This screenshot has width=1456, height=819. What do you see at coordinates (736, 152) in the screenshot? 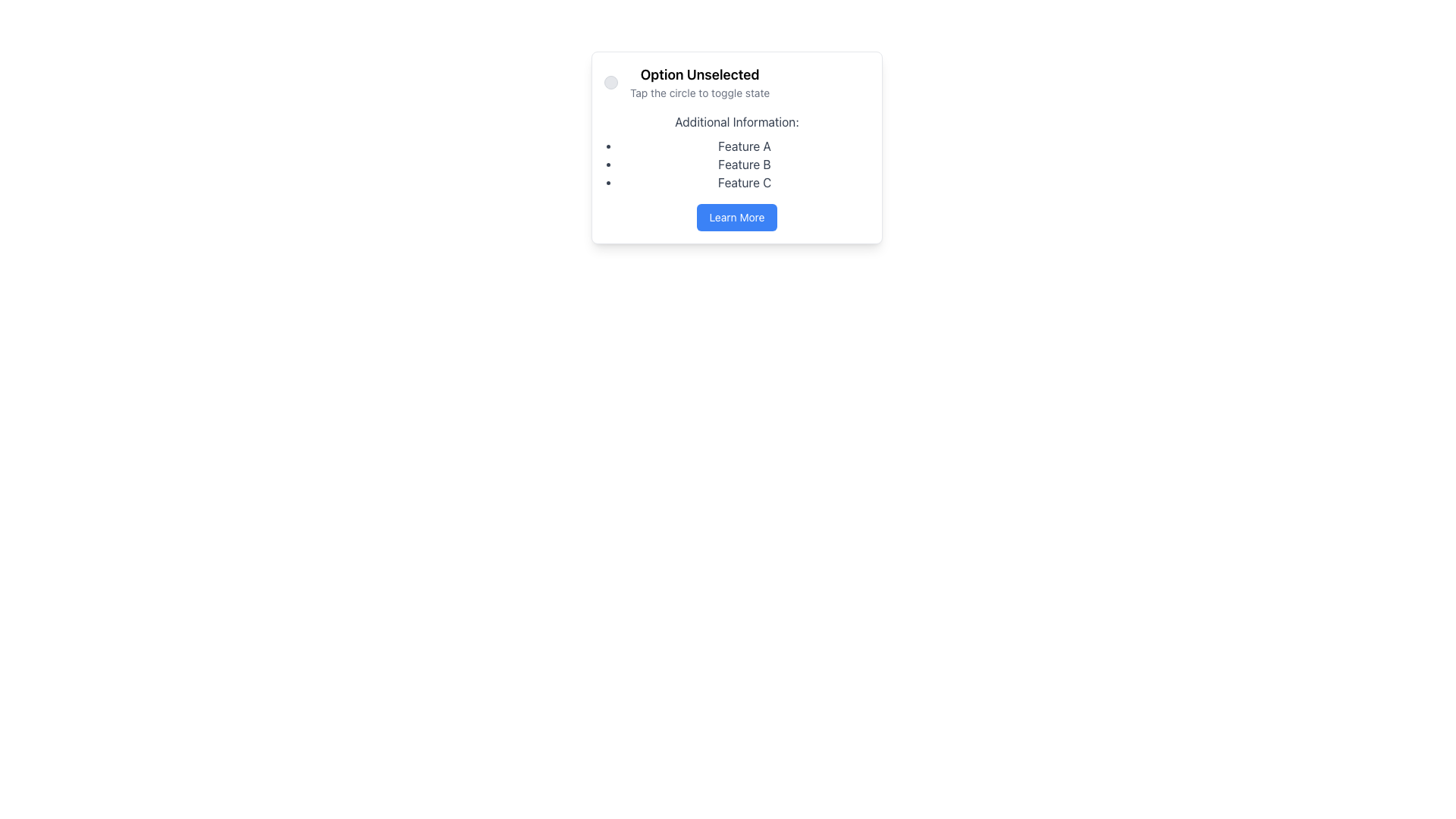
I see `the Text element that contains the heading 'Additional Information' and a list of key features, located between the 'Tap the circle to toggle state' text and the 'Learn More' button` at bounding box center [736, 152].